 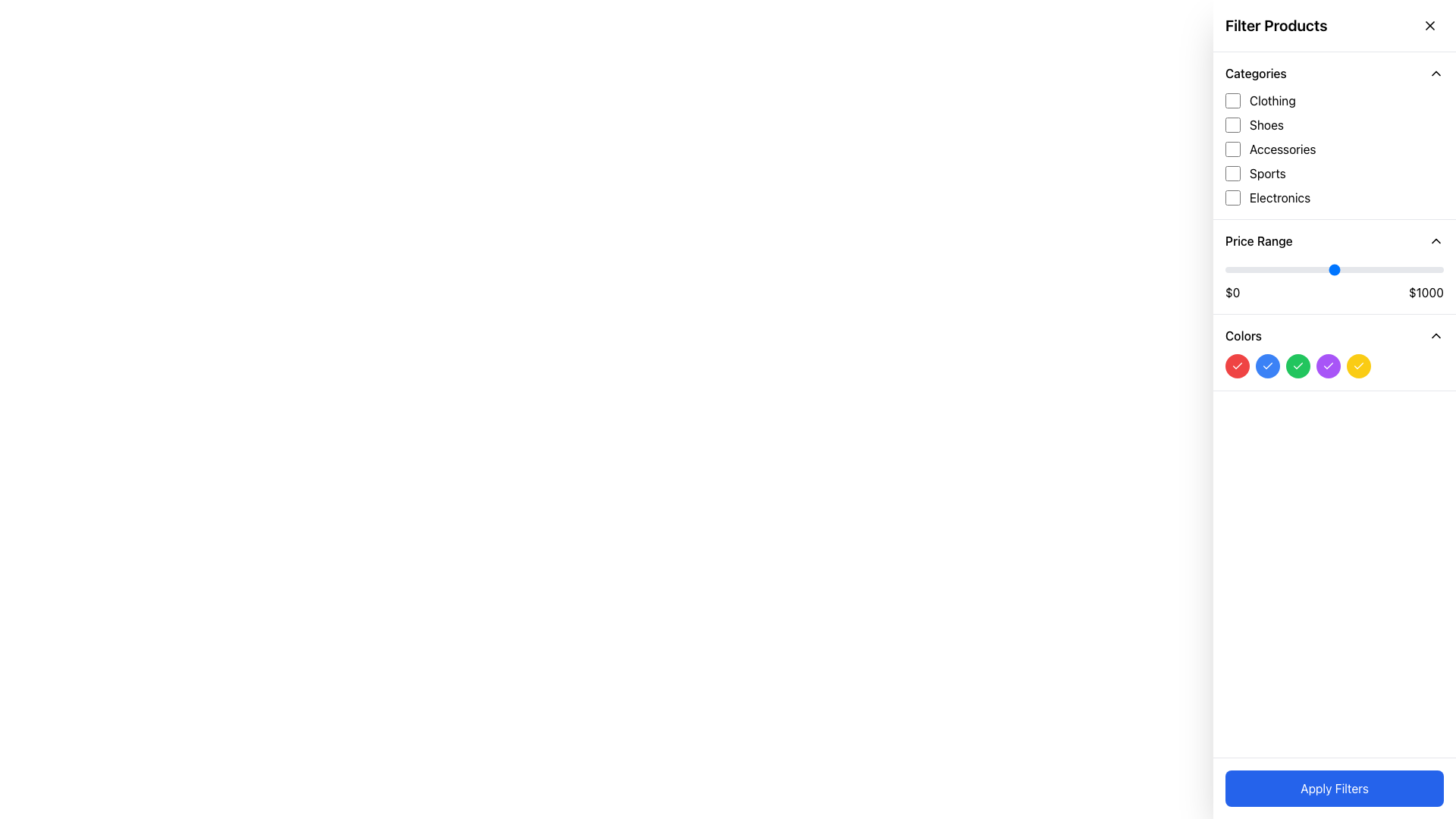 What do you see at coordinates (1279, 197) in the screenshot?
I see `the 'Electronics' label, which is positioned to the right of a checkbox in the fifth row of the 'Categories' section in the filter menu` at bounding box center [1279, 197].